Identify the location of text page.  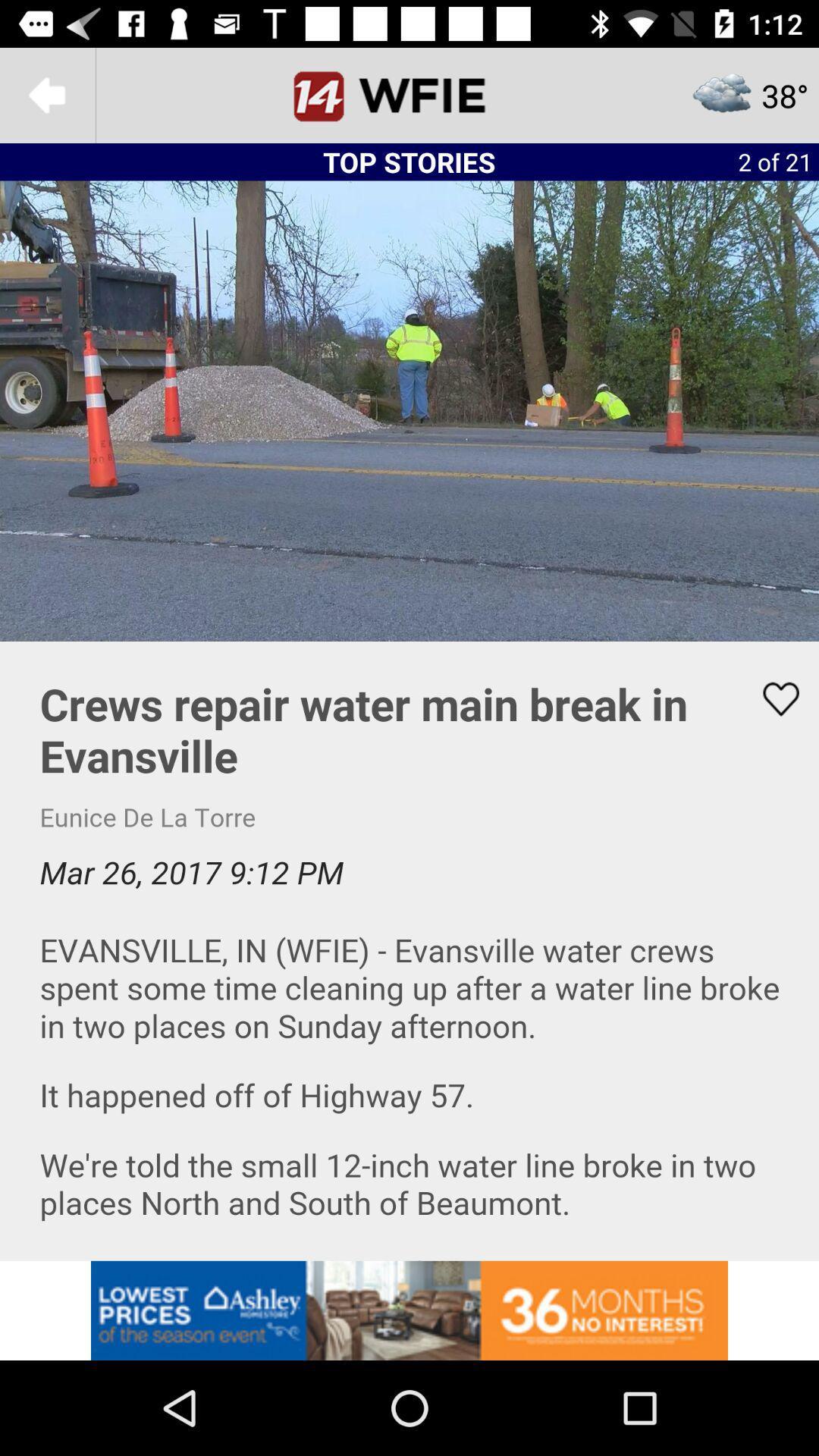
(409, 950).